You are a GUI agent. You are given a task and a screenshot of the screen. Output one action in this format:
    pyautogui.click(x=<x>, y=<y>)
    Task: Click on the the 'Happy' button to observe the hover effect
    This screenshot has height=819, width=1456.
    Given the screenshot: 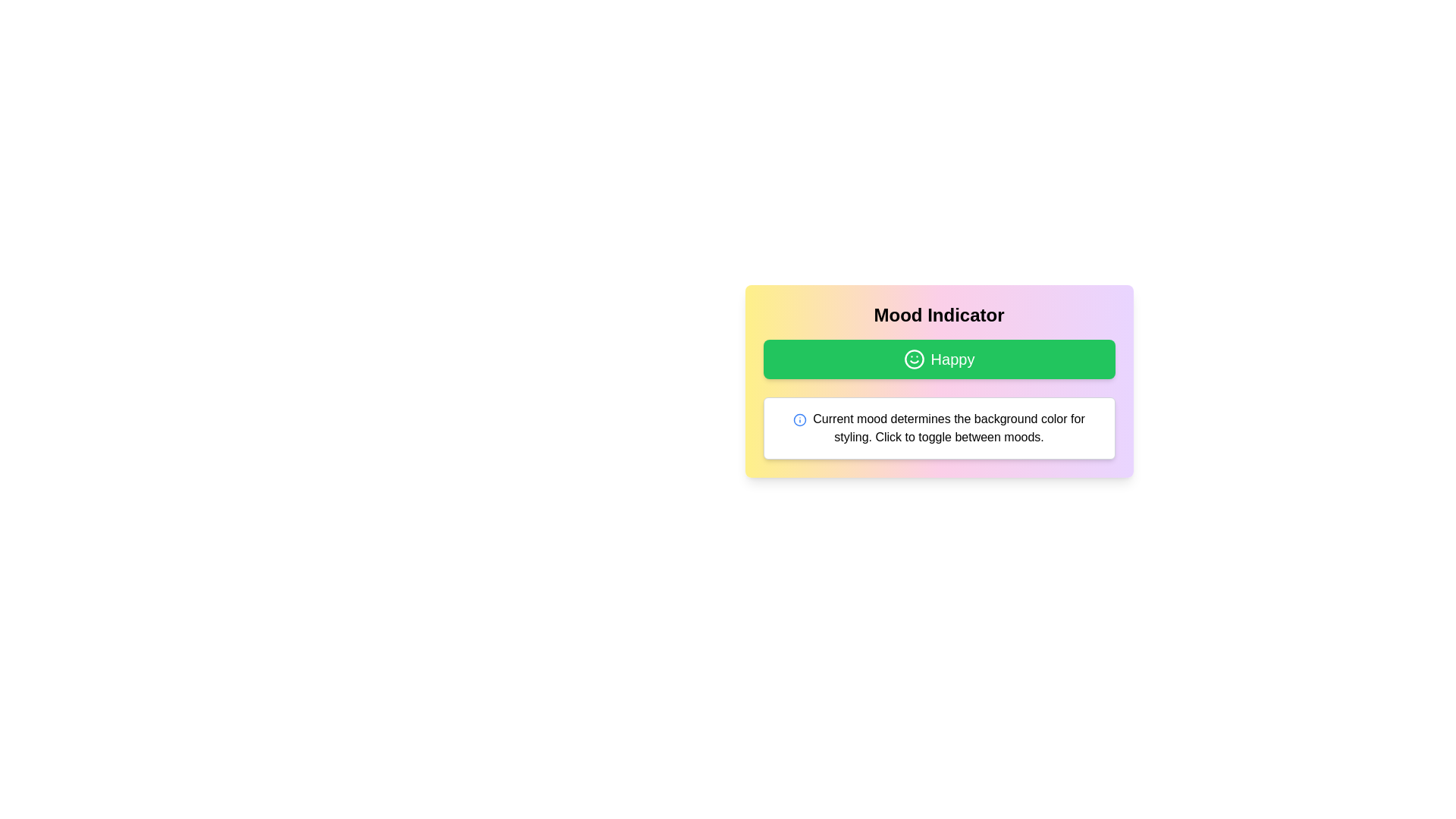 What is the action you would take?
    pyautogui.click(x=938, y=359)
    